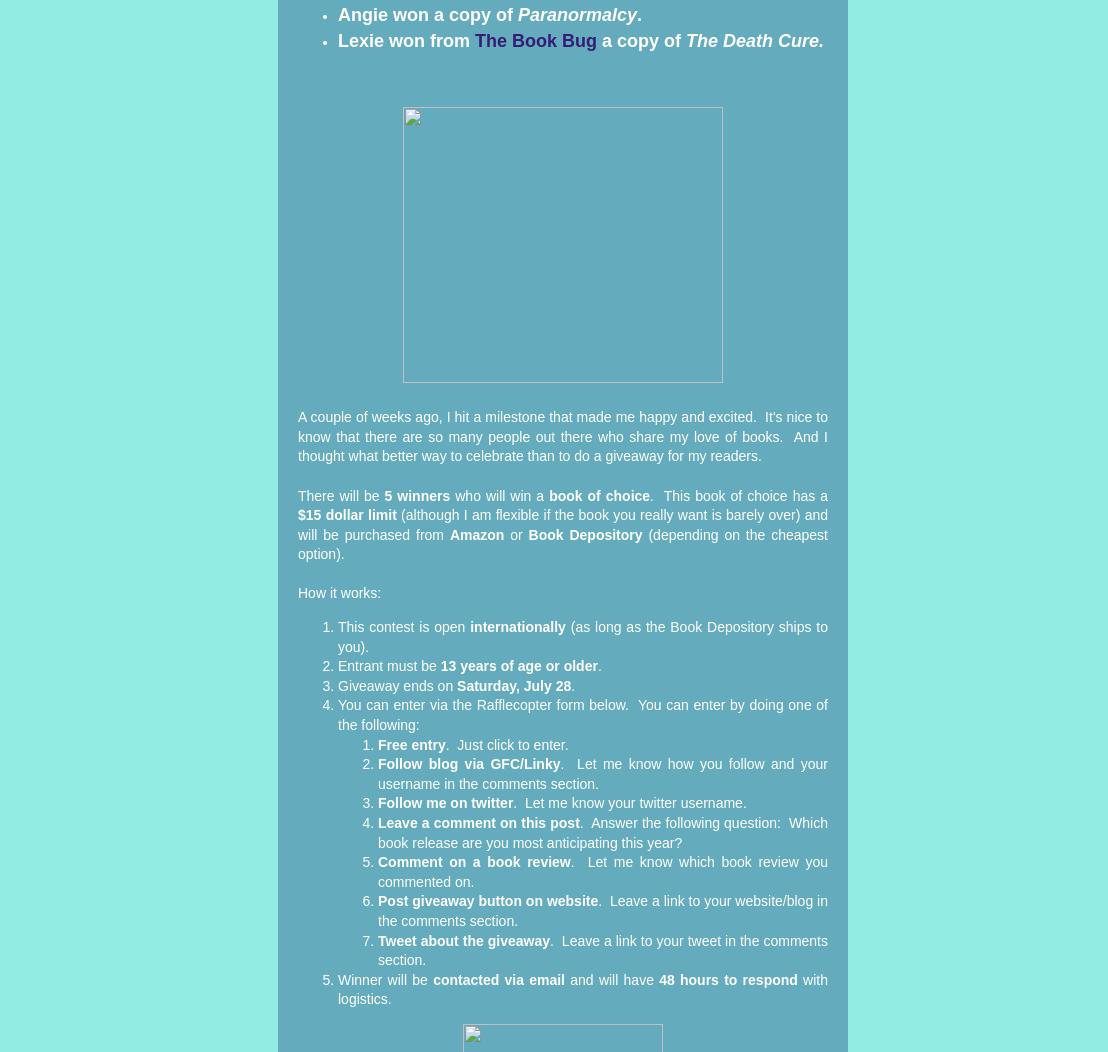 The image size is (1108, 1052). What do you see at coordinates (649, 493) in the screenshot?
I see `'.  This book of choice has a'` at bounding box center [649, 493].